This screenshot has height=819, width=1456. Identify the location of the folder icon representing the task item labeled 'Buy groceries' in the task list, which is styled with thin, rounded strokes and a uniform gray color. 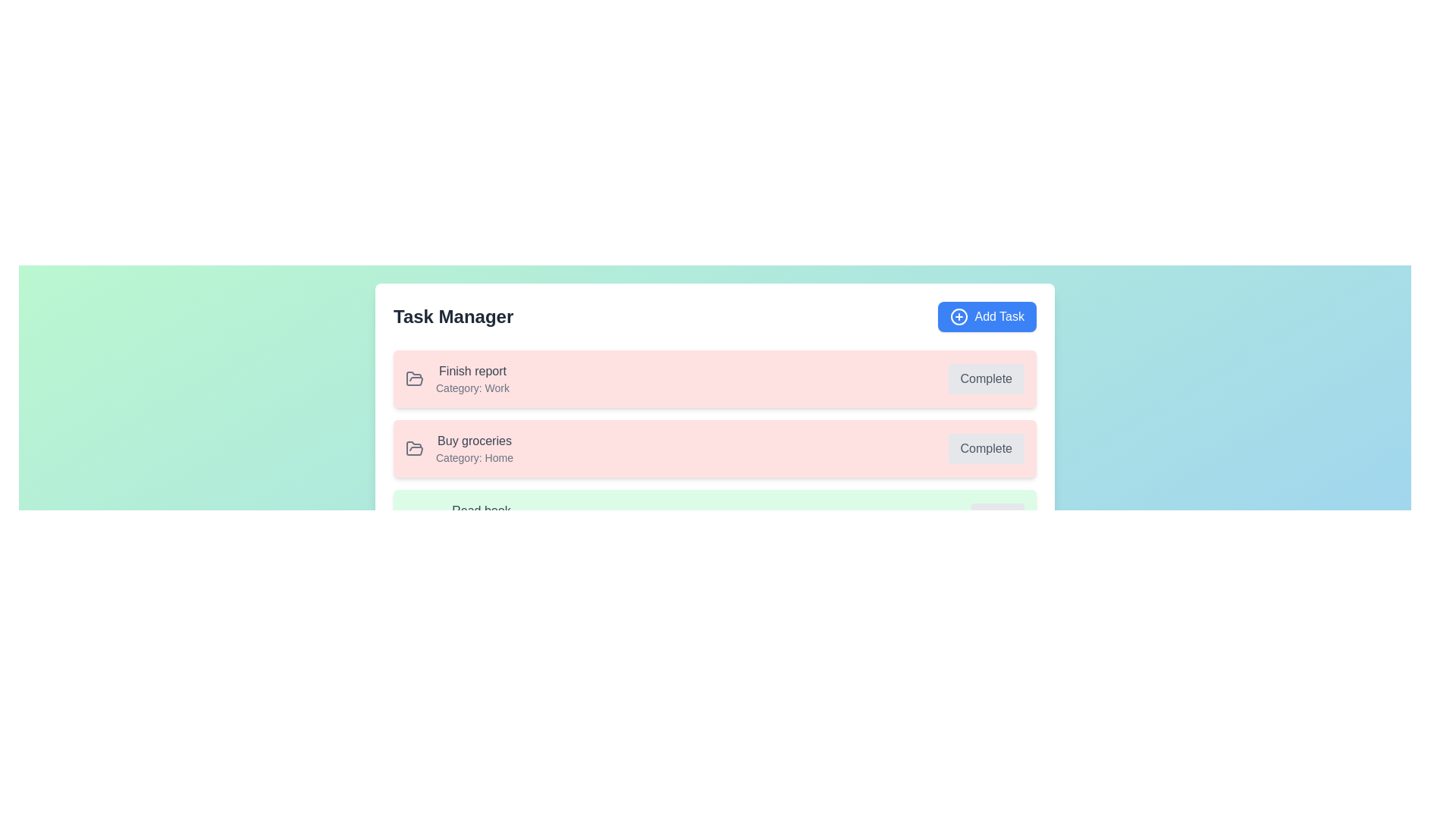
(415, 447).